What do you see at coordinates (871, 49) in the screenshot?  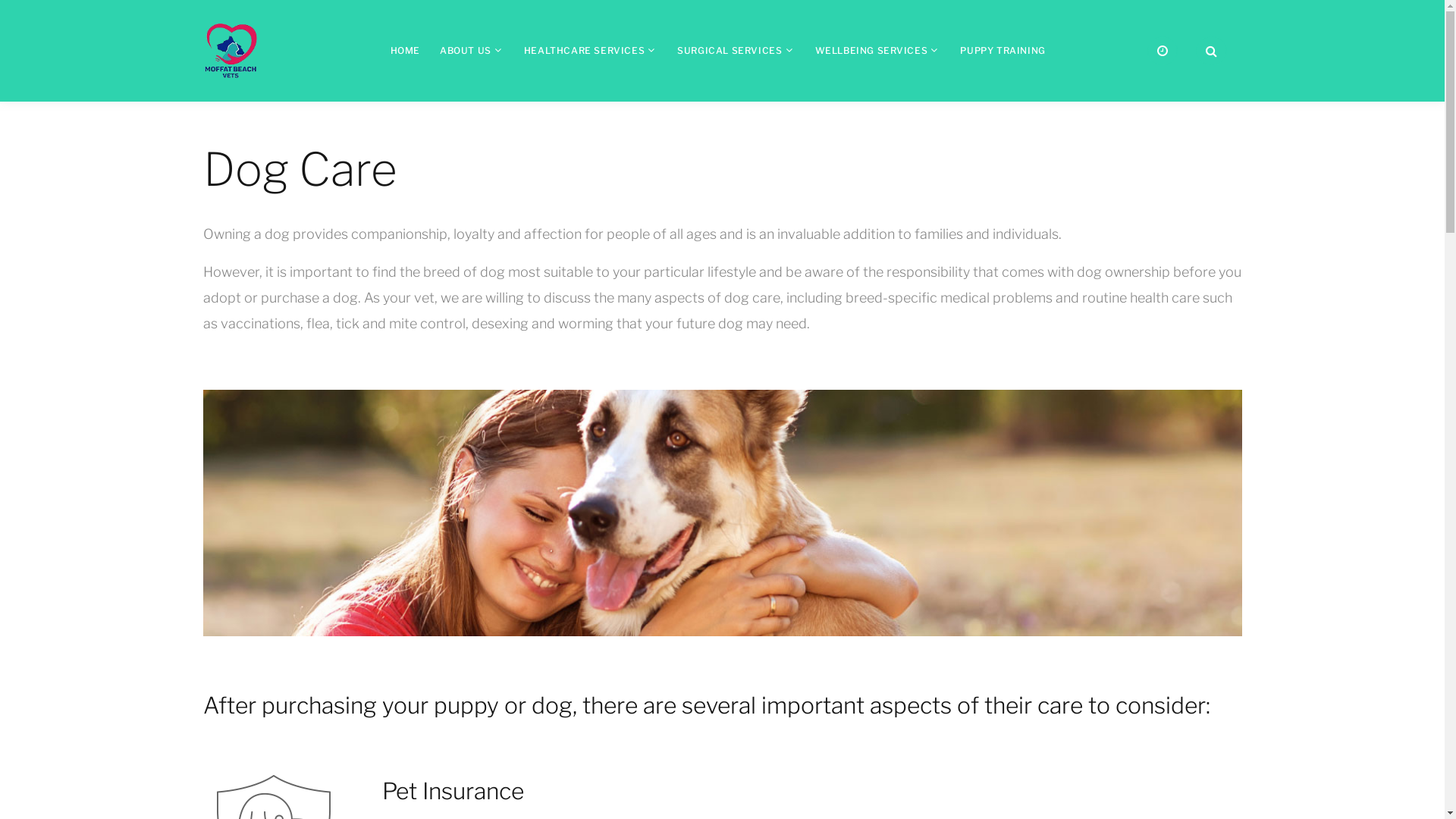 I see `'WELLBEING SERVICES'` at bounding box center [871, 49].